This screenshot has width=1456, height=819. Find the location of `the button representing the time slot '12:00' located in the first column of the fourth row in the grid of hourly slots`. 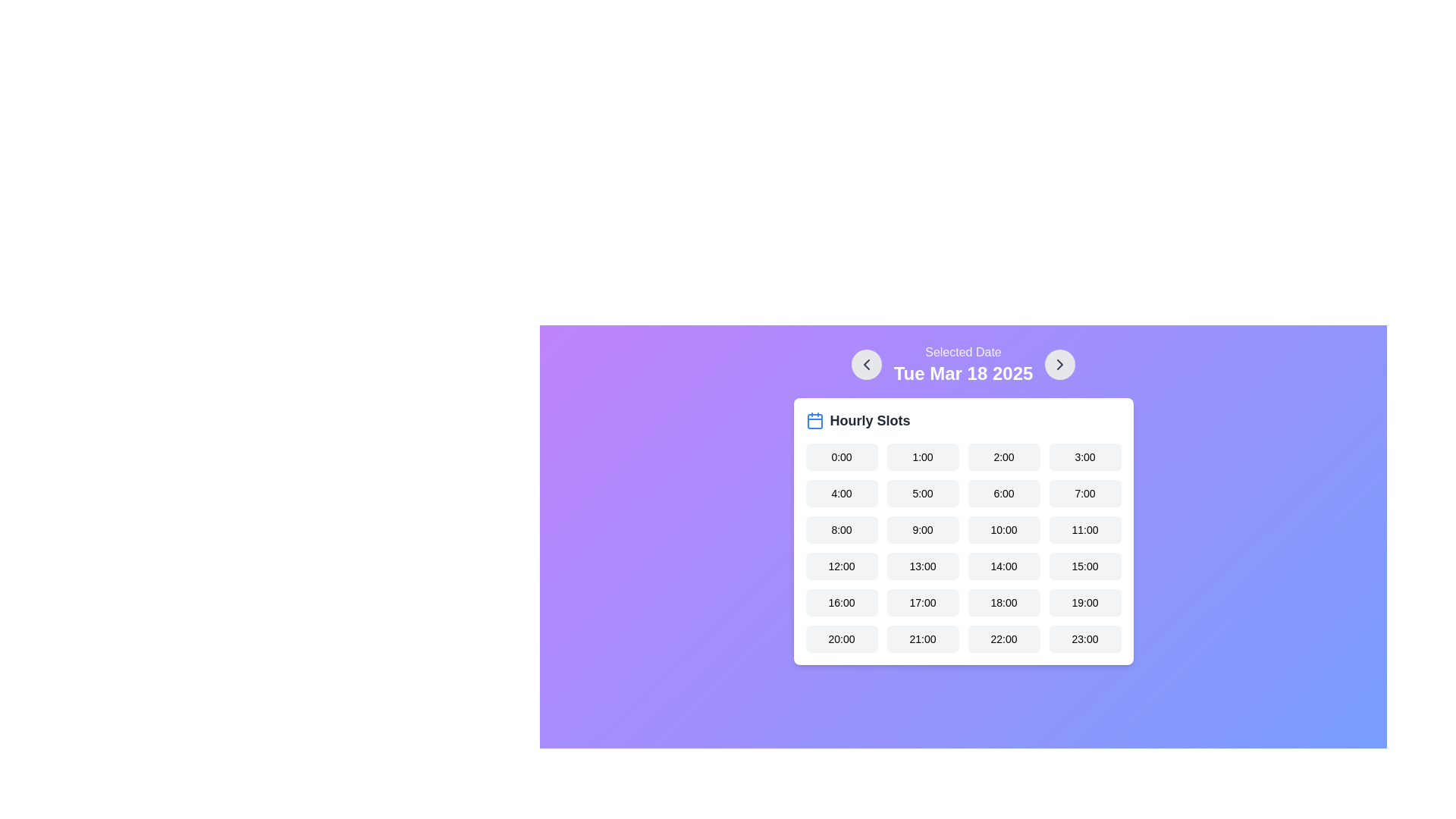

the button representing the time slot '12:00' located in the first column of the fourth row in the grid of hourly slots is located at coordinates (840, 566).